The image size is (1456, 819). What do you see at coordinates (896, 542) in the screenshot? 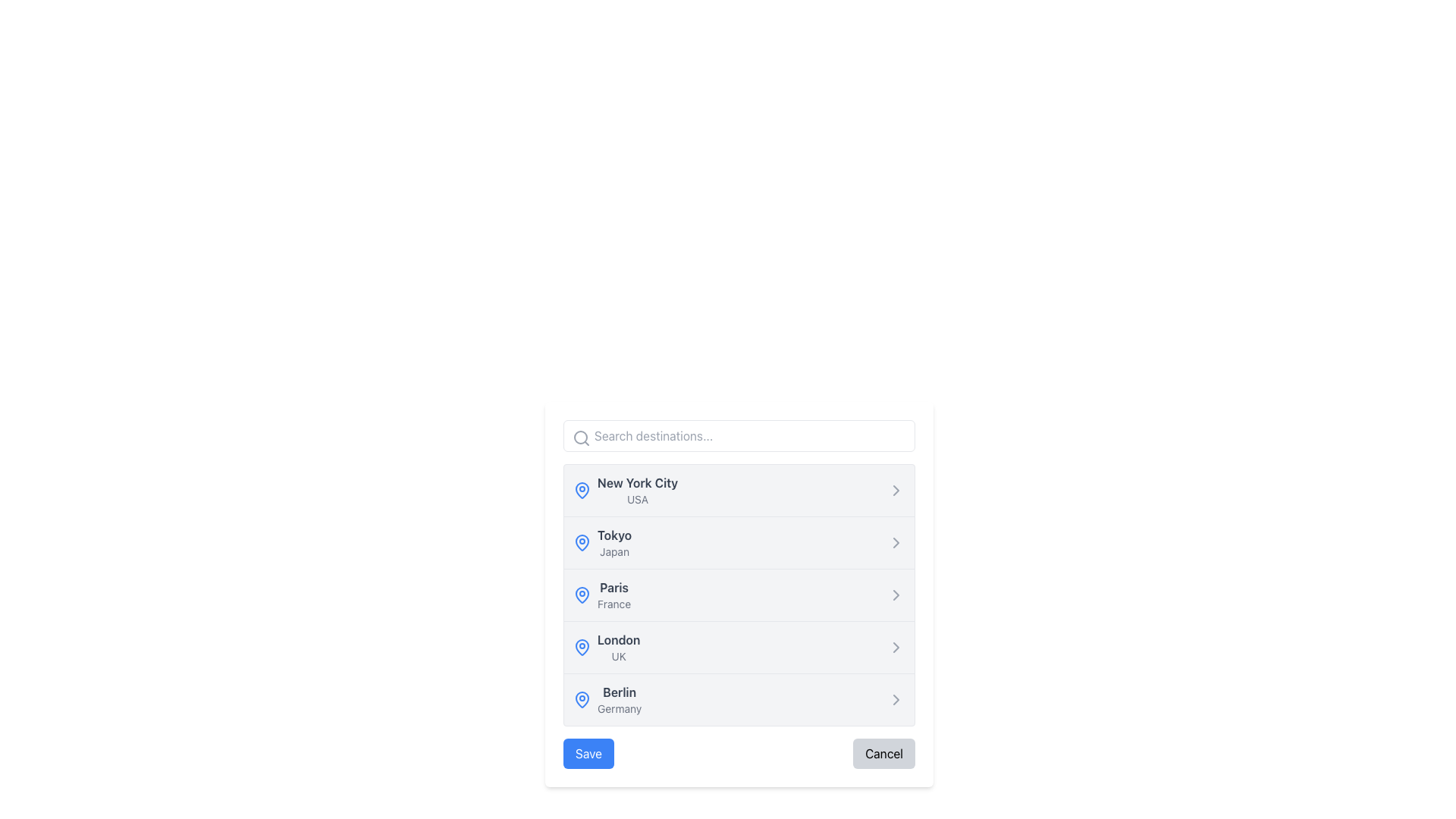
I see `the rightward-pointing Navigation Chevron next to the 'Tokyo' item` at bounding box center [896, 542].